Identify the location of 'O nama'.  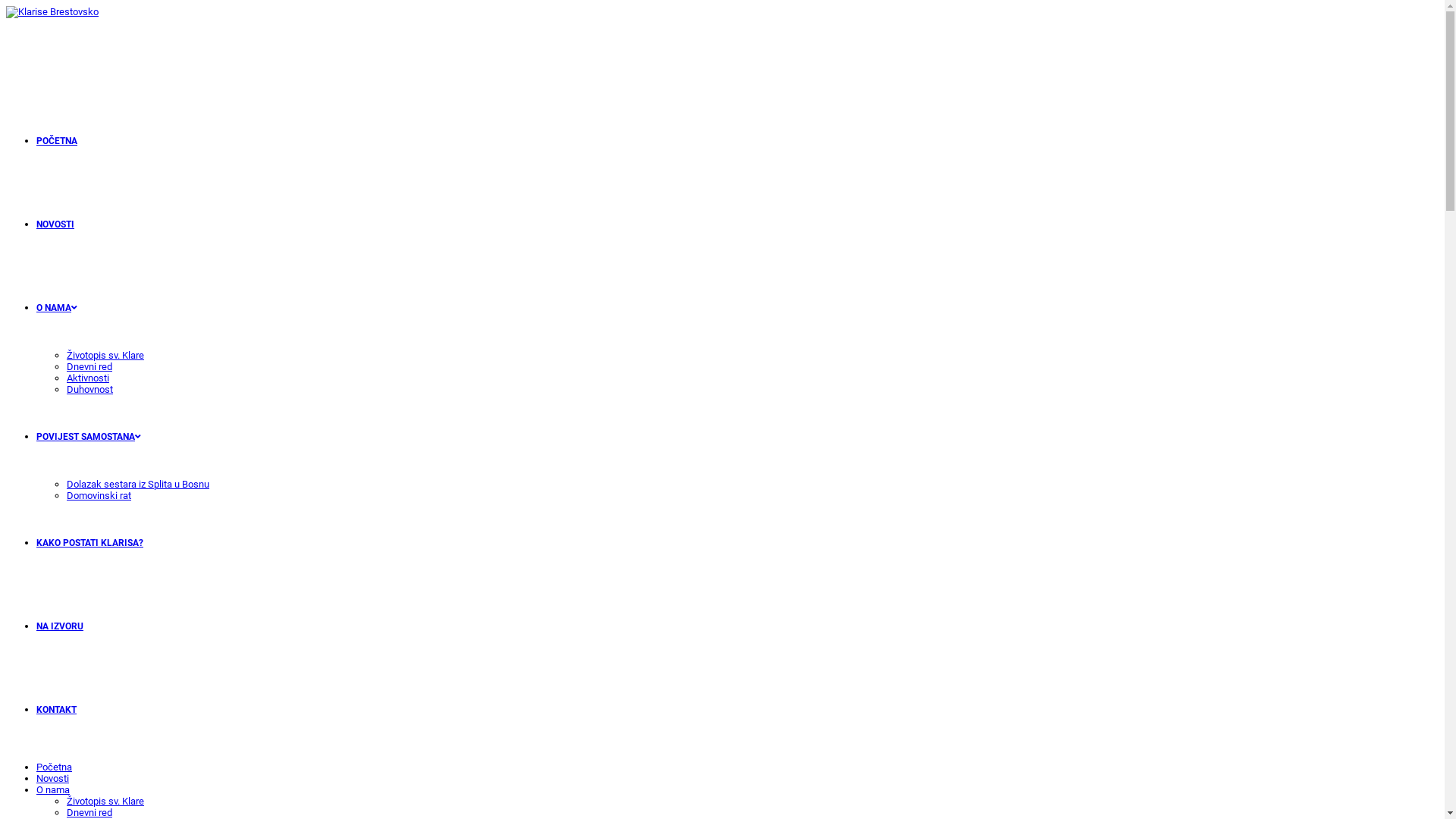
(53, 789).